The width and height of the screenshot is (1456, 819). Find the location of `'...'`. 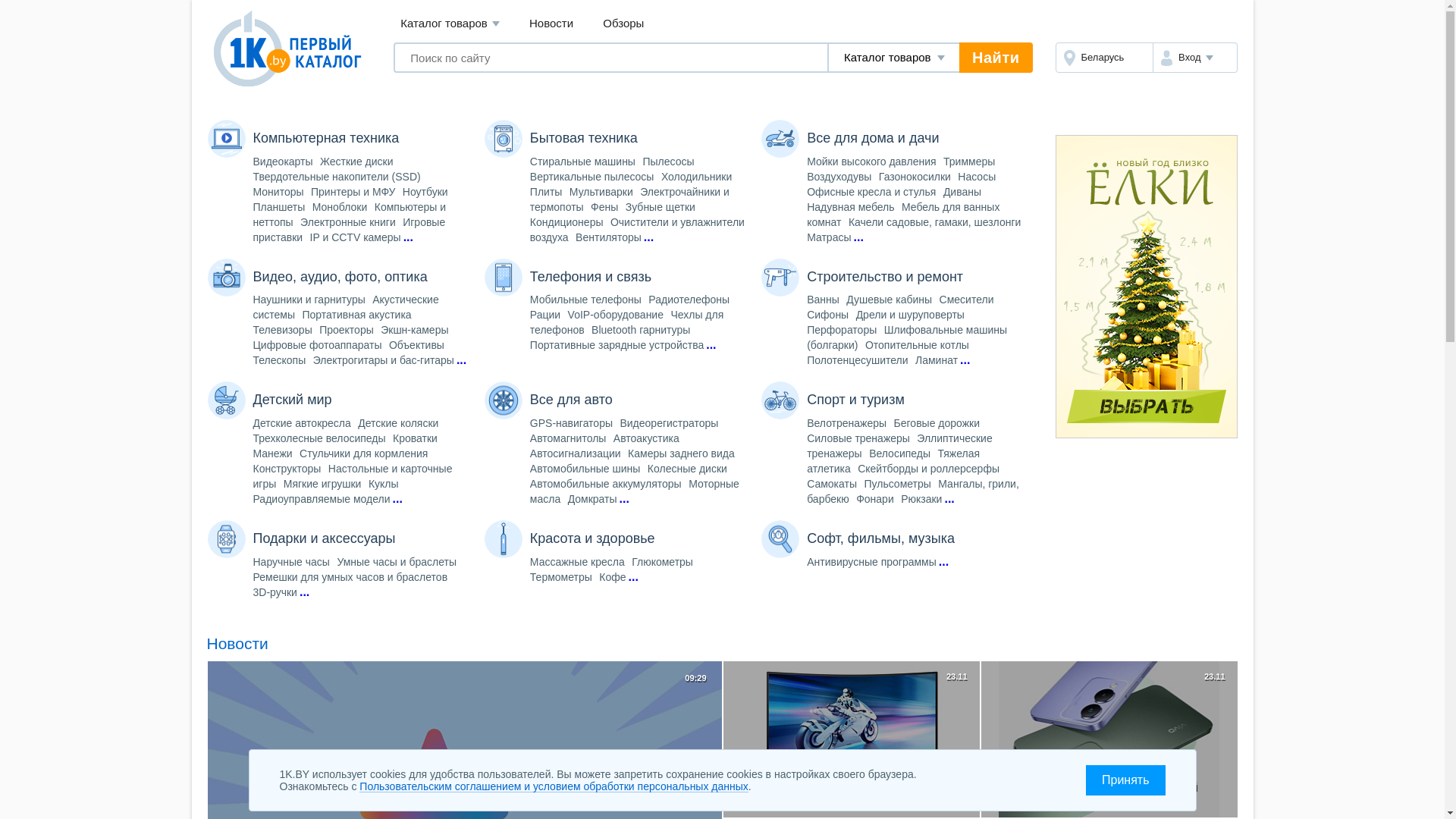

'...' is located at coordinates (964, 359).